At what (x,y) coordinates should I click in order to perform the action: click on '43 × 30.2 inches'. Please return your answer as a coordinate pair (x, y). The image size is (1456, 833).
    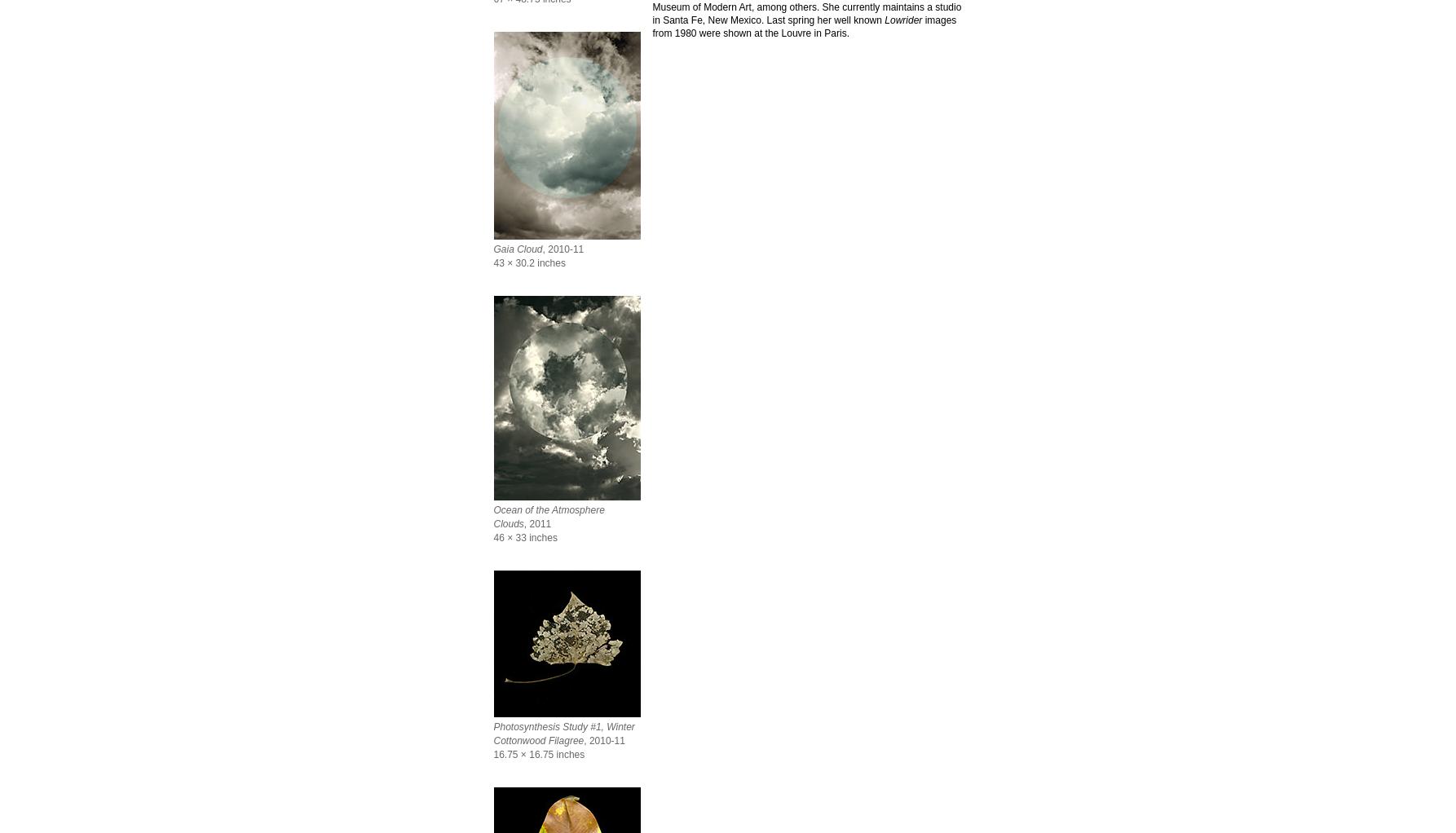
    Looking at the image, I should click on (529, 262).